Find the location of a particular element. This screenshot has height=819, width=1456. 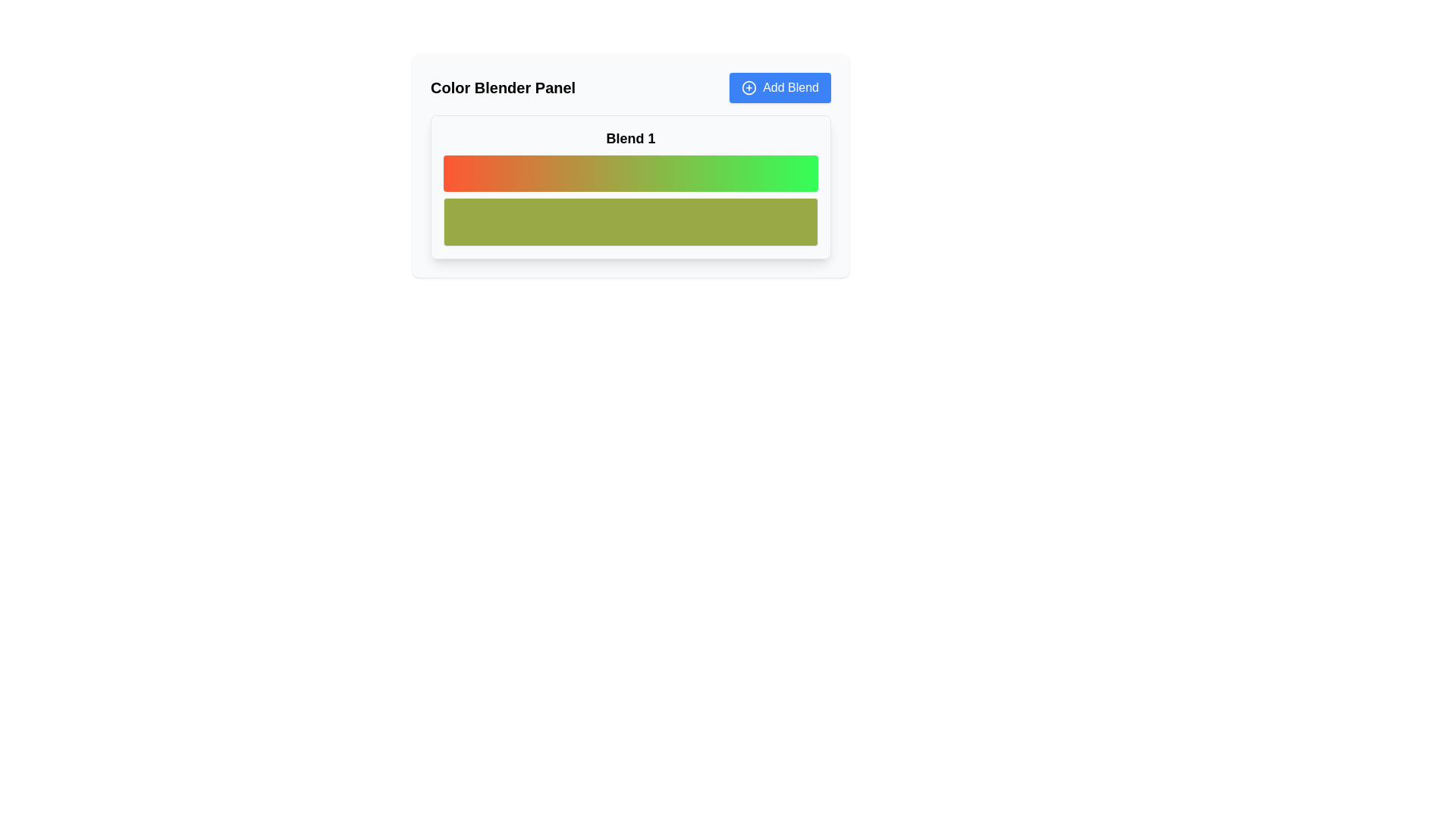

the 'Color Blender Panel' title text label located at the leftmost position above the main content area, adjacent to the 'Add Blend' button is located at coordinates (503, 87).